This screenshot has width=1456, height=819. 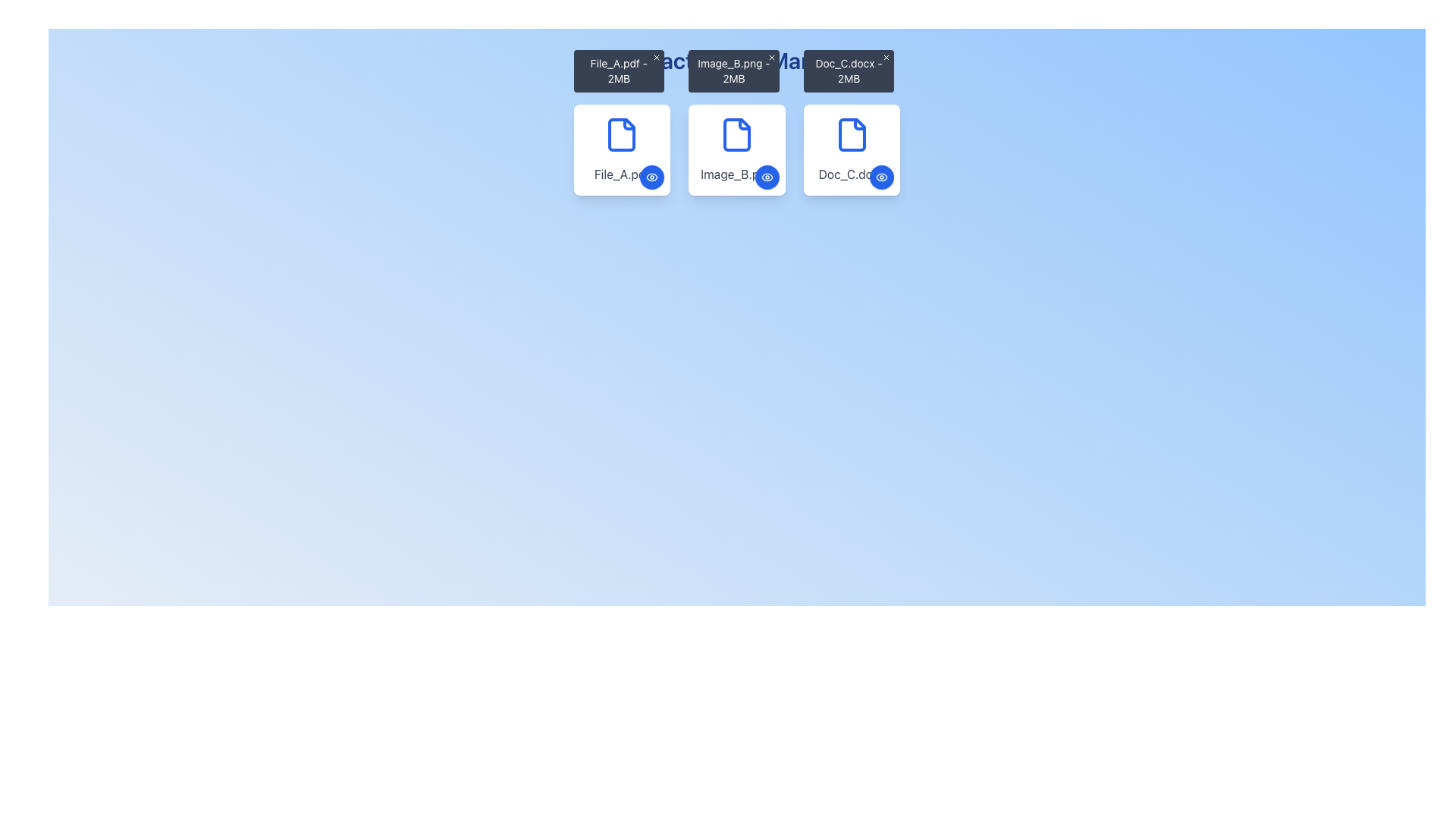 I want to click on the close button represented by a white 'X' icon, so click(x=771, y=57).